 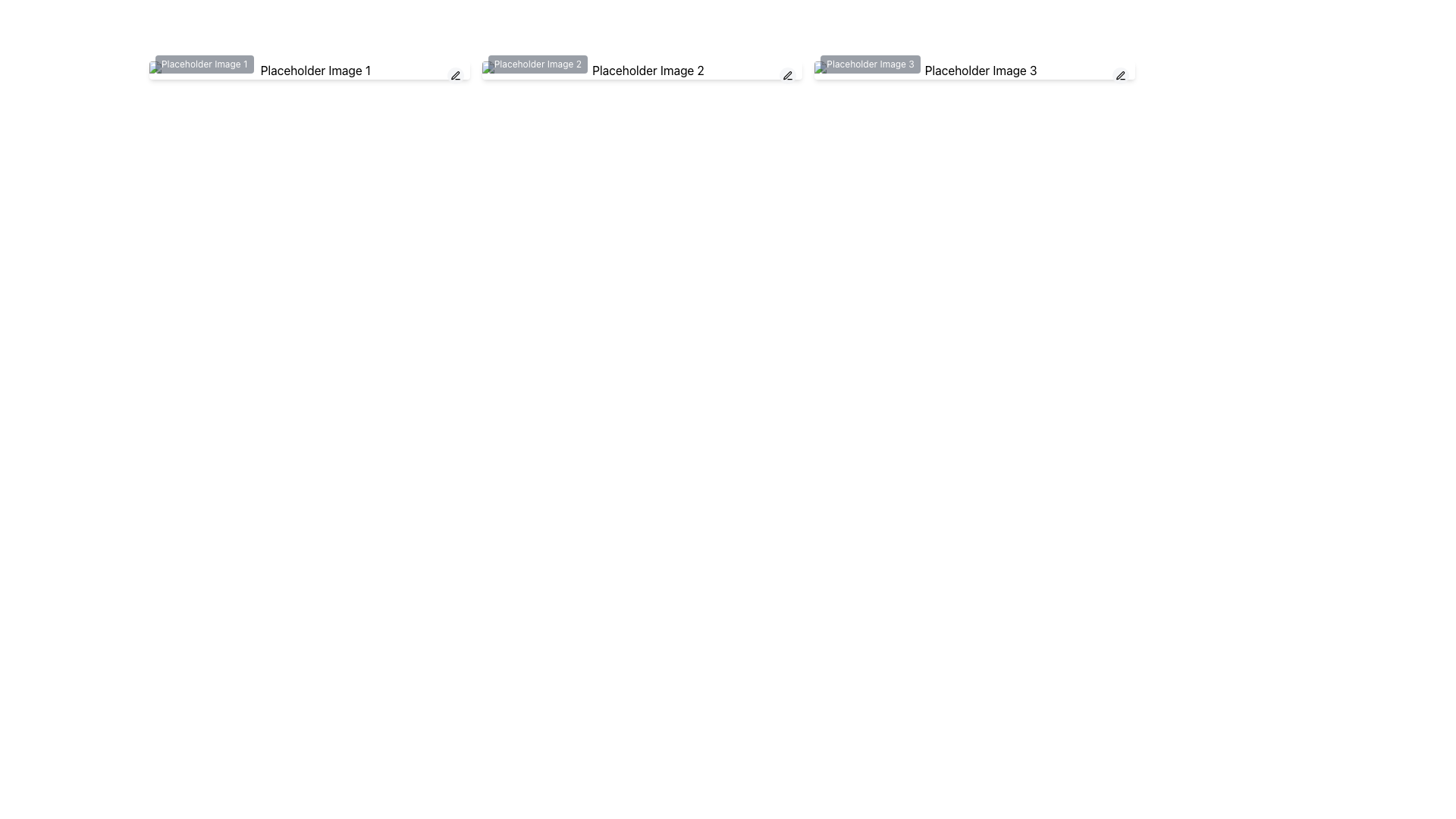 What do you see at coordinates (787, 76) in the screenshot?
I see `the pen-shaped edit icon located at the top-right corner of 'Placeholder Image 2'` at bounding box center [787, 76].